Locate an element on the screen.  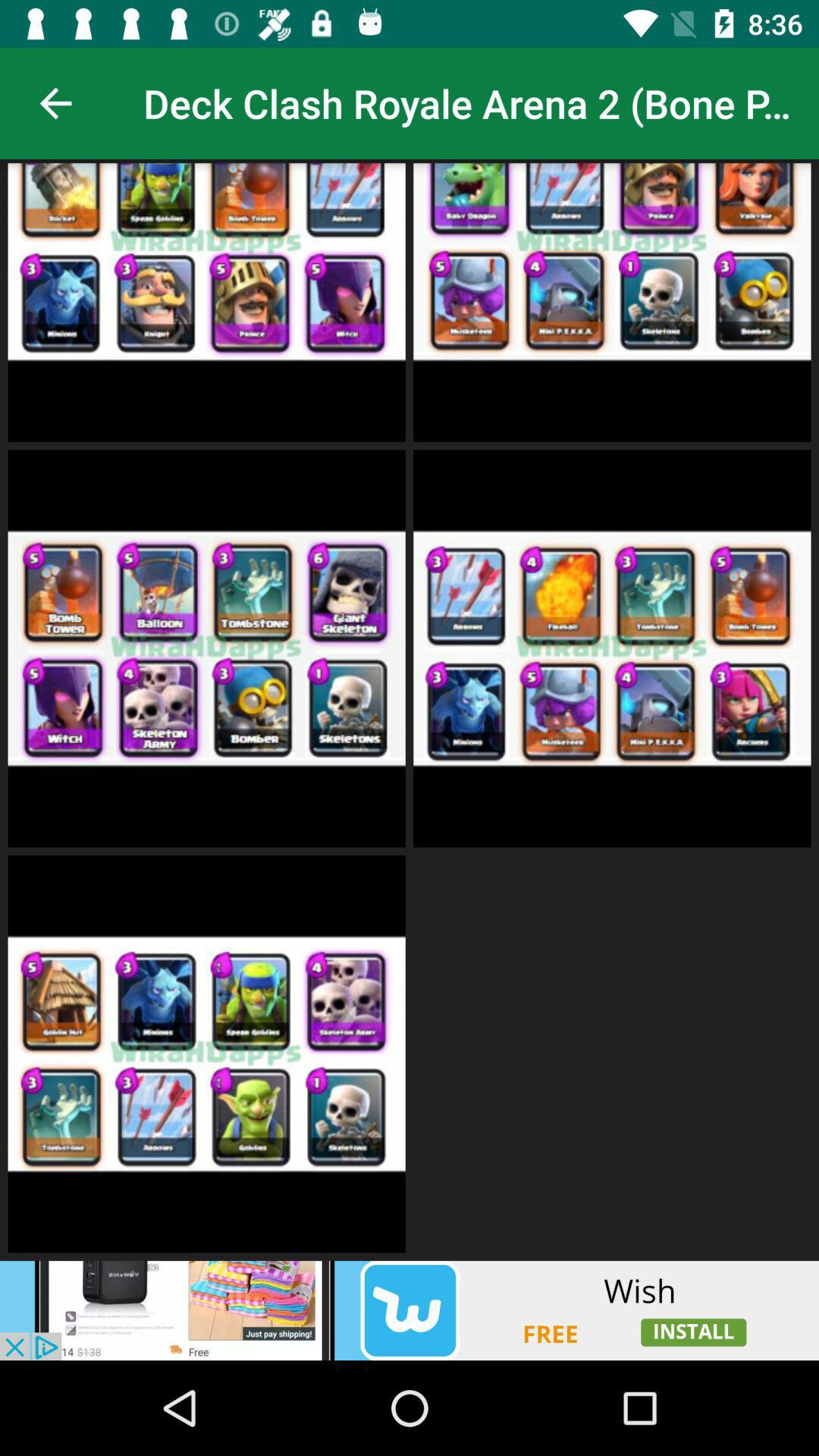
the left side images below the text which says deck clash royale arena 2 bone p is located at coordinates (206, 302).